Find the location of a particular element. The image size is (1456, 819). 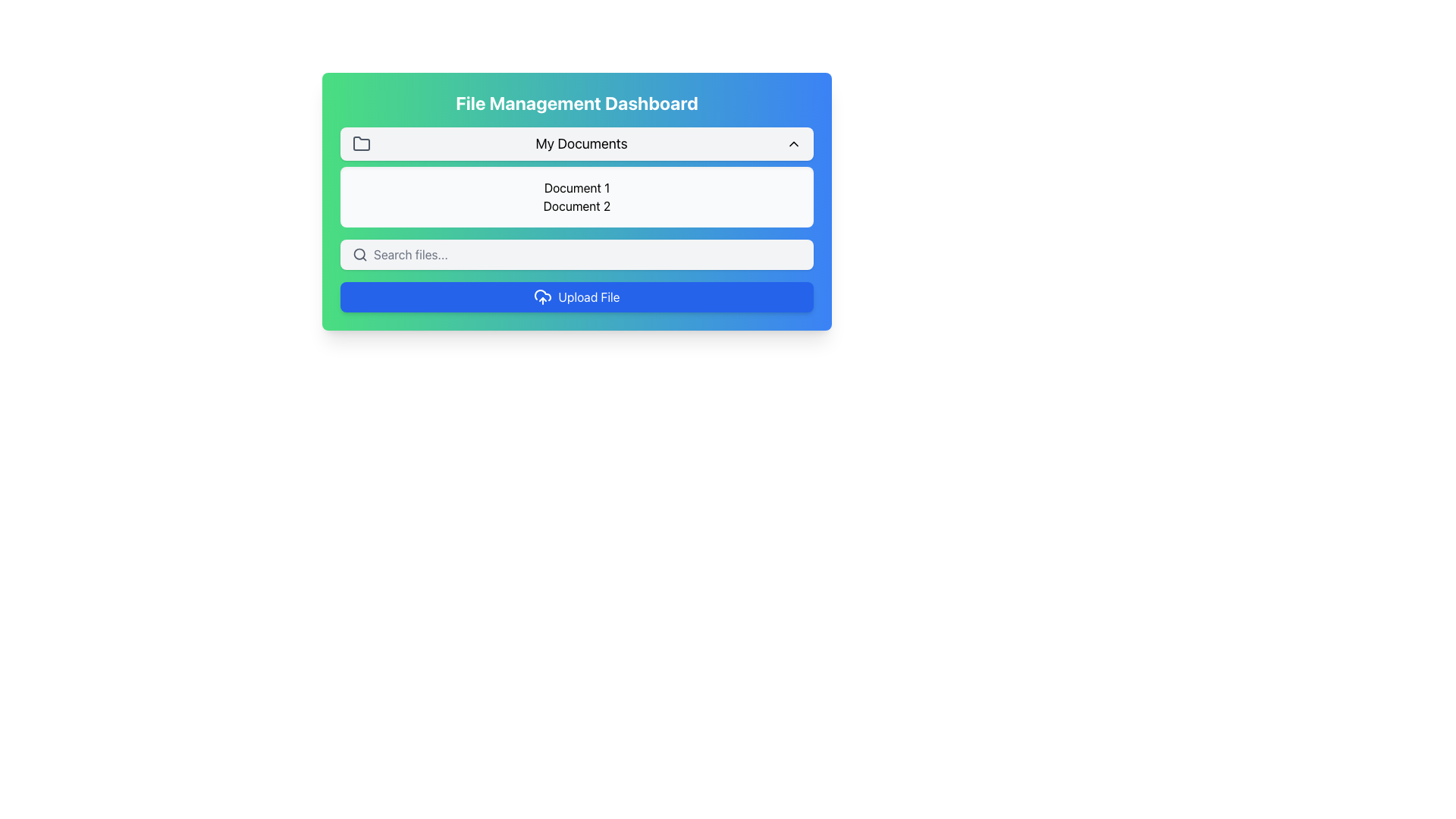

the graphical icon representing a folder, located at the top section of the file management dashboard, first icon in the 'My Documents' row is located at coordinates (360, 143).